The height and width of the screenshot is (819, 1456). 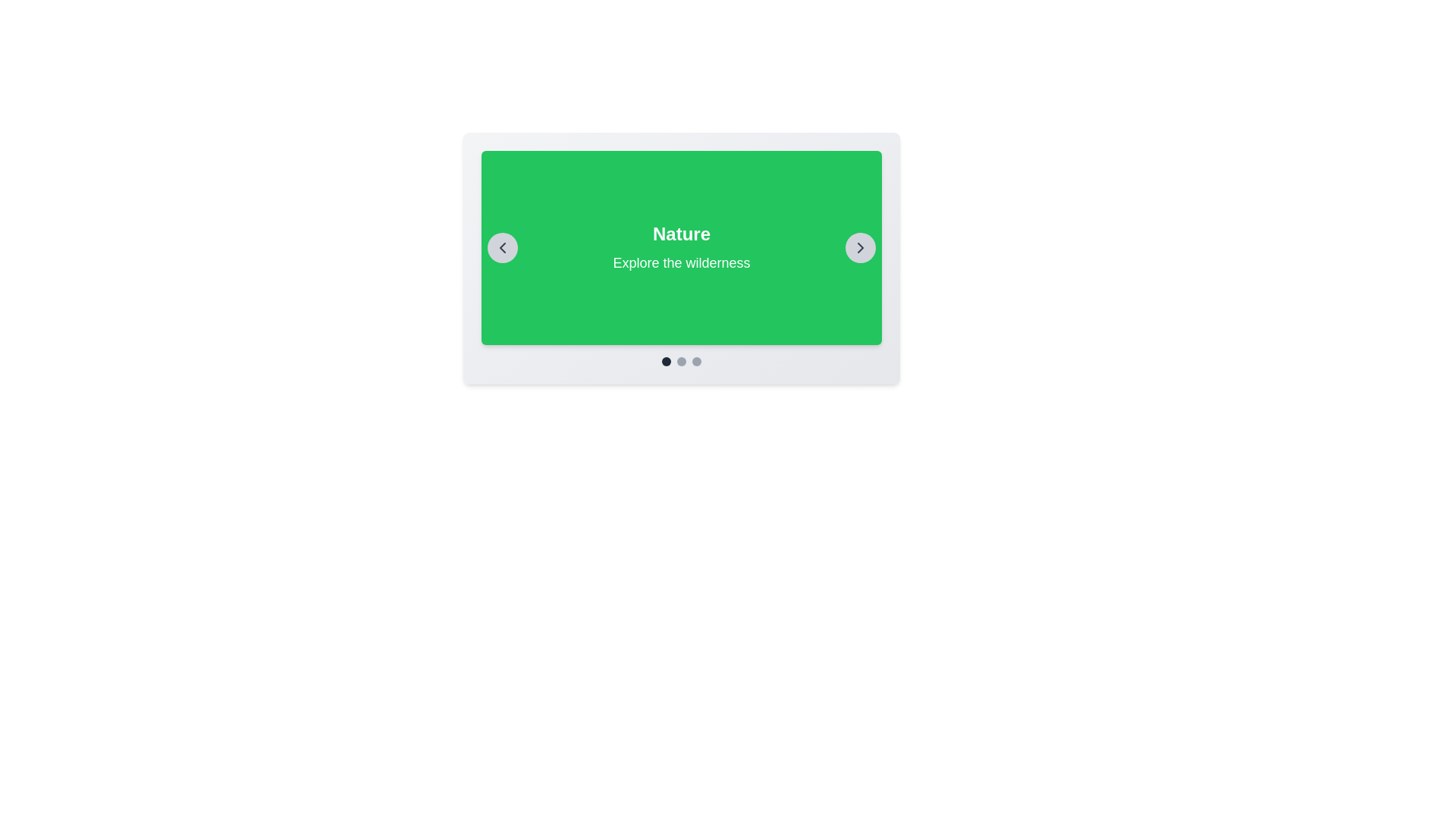 What do you see at coordinates (860, 247) in the screenshot?
I see `the navigation icon in the circular button located at the top-right corner of the carousel to move forward in the slideshow` at bounding box center [860, 247].